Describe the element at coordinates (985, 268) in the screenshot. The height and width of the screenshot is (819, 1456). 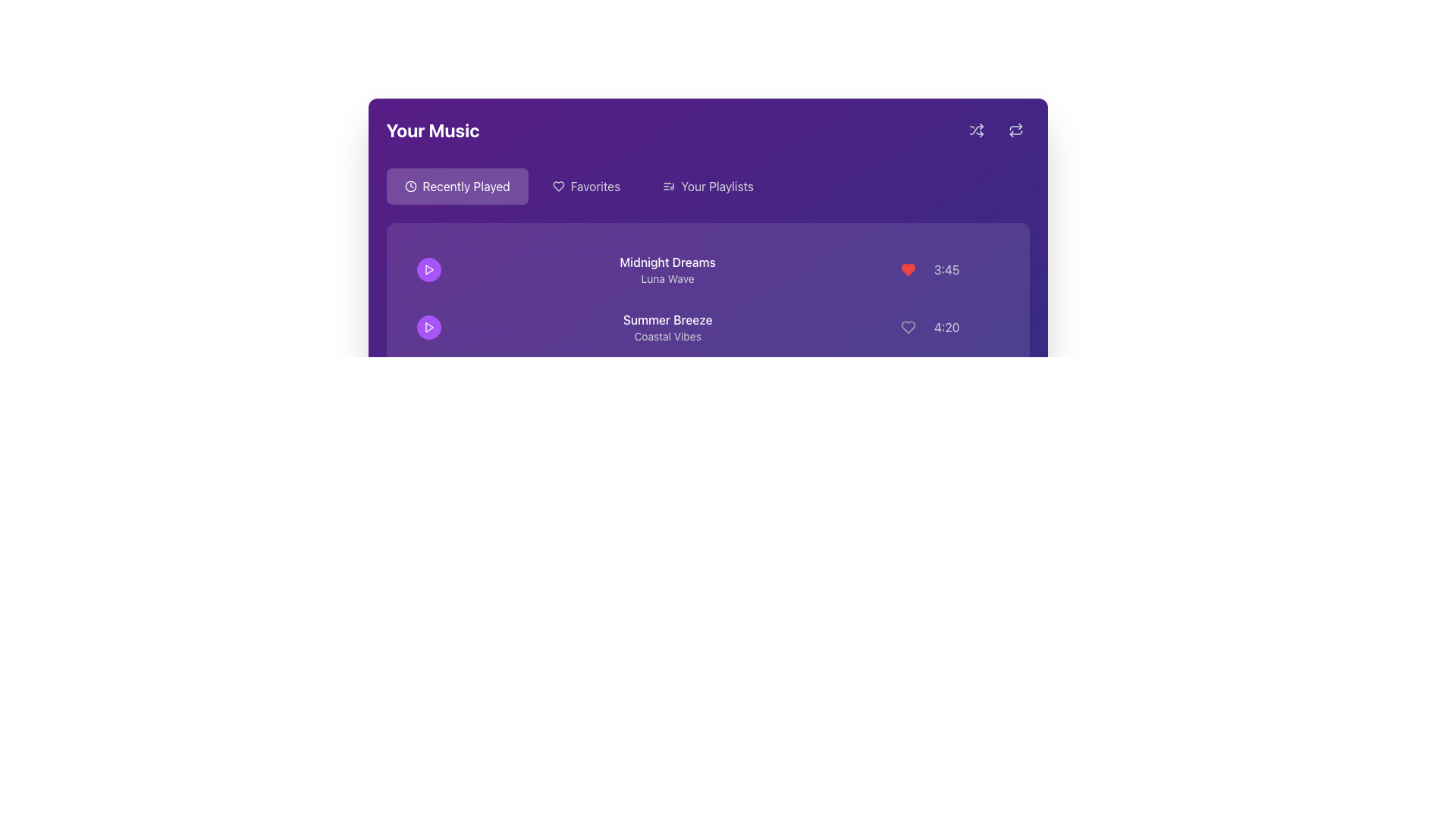
I see `the ellipsis icon button located next to the song duration '3:45'` at that location.